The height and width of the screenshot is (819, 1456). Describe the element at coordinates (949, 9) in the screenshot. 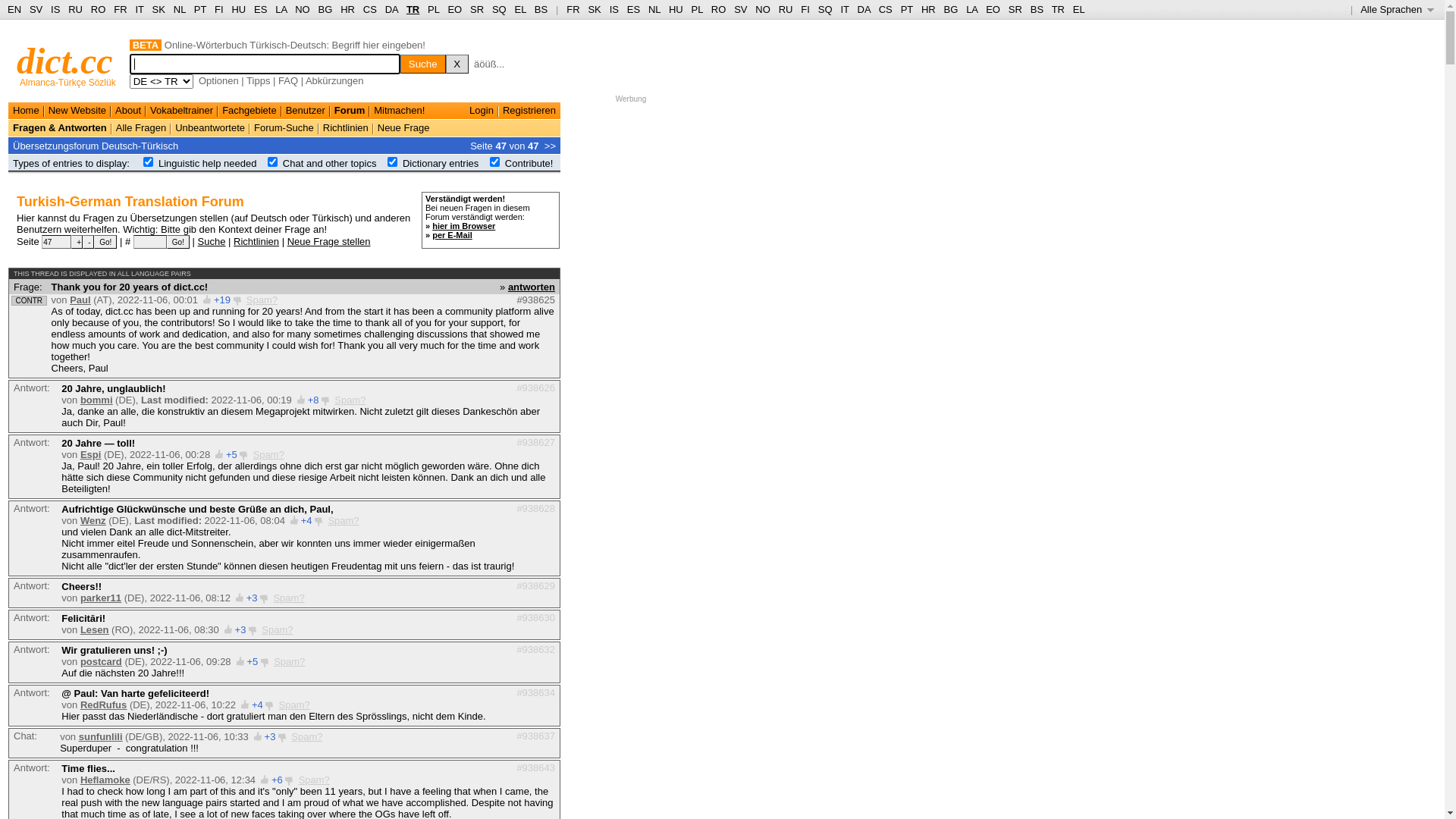

I see `'BG'` at that location.